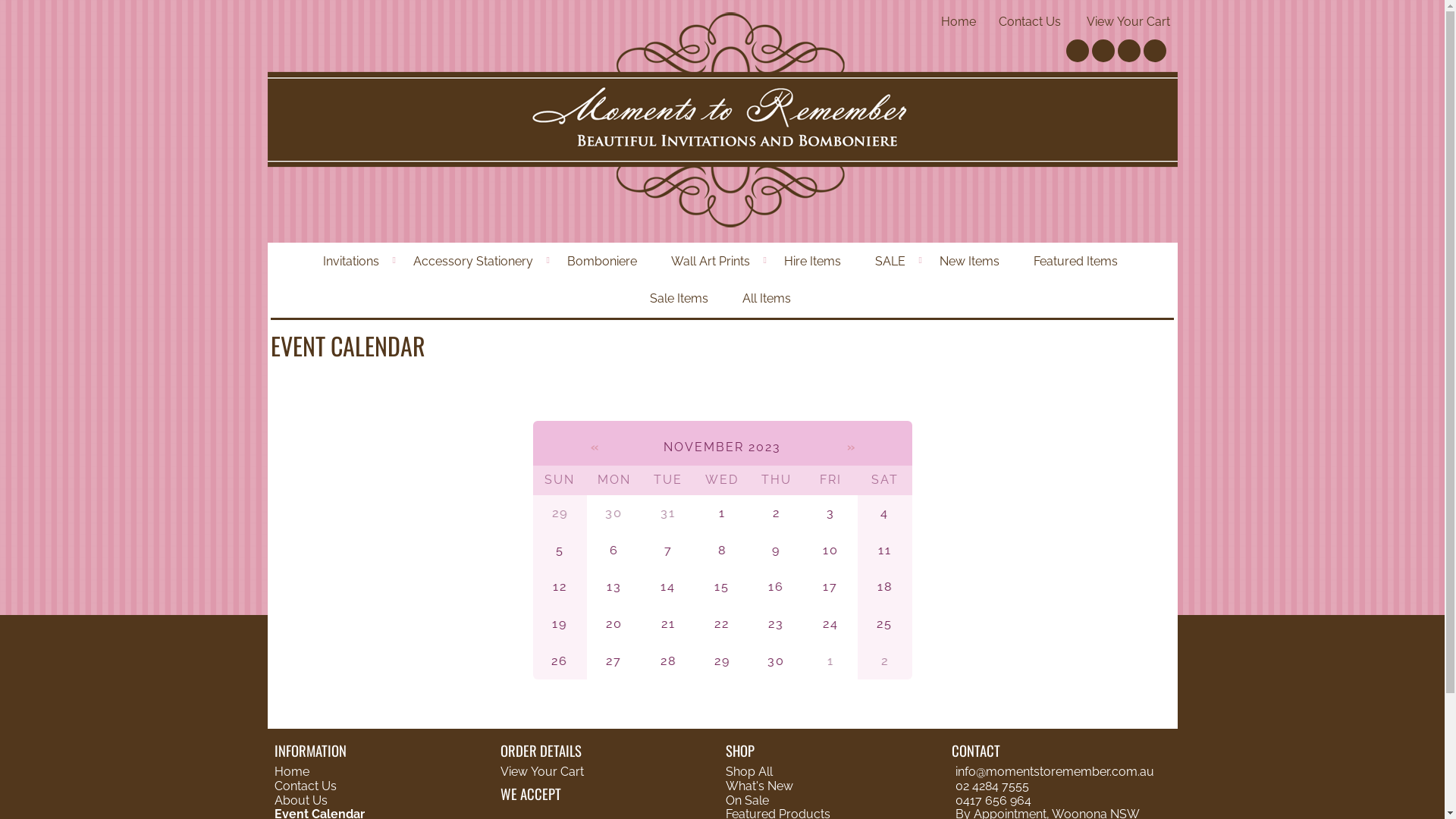  What do you see at coordinates (971, 261) in the screenshot?
I see `'New Items'` at bounding box center [971, 261].